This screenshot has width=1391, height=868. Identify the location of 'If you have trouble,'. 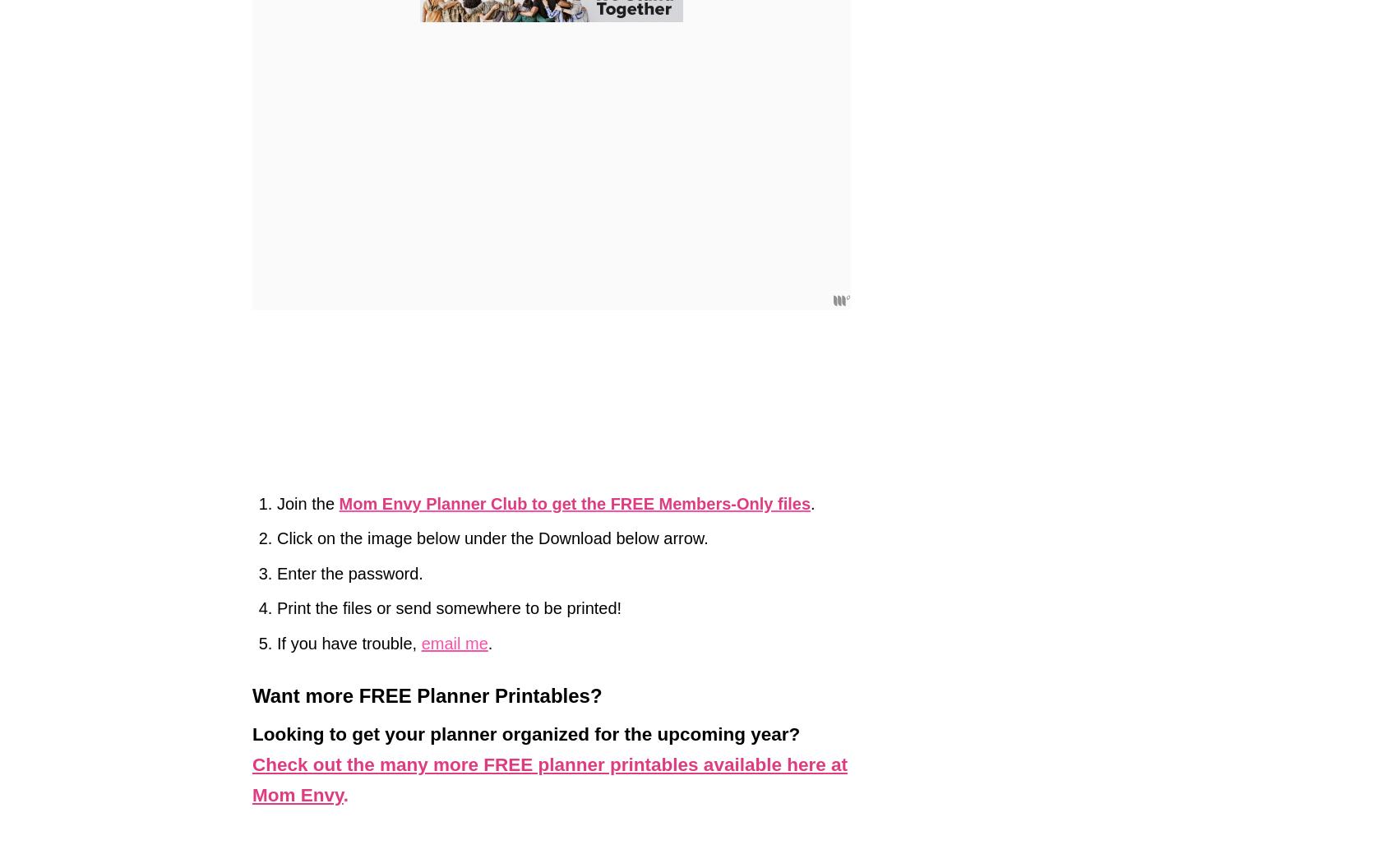
(348, 641).